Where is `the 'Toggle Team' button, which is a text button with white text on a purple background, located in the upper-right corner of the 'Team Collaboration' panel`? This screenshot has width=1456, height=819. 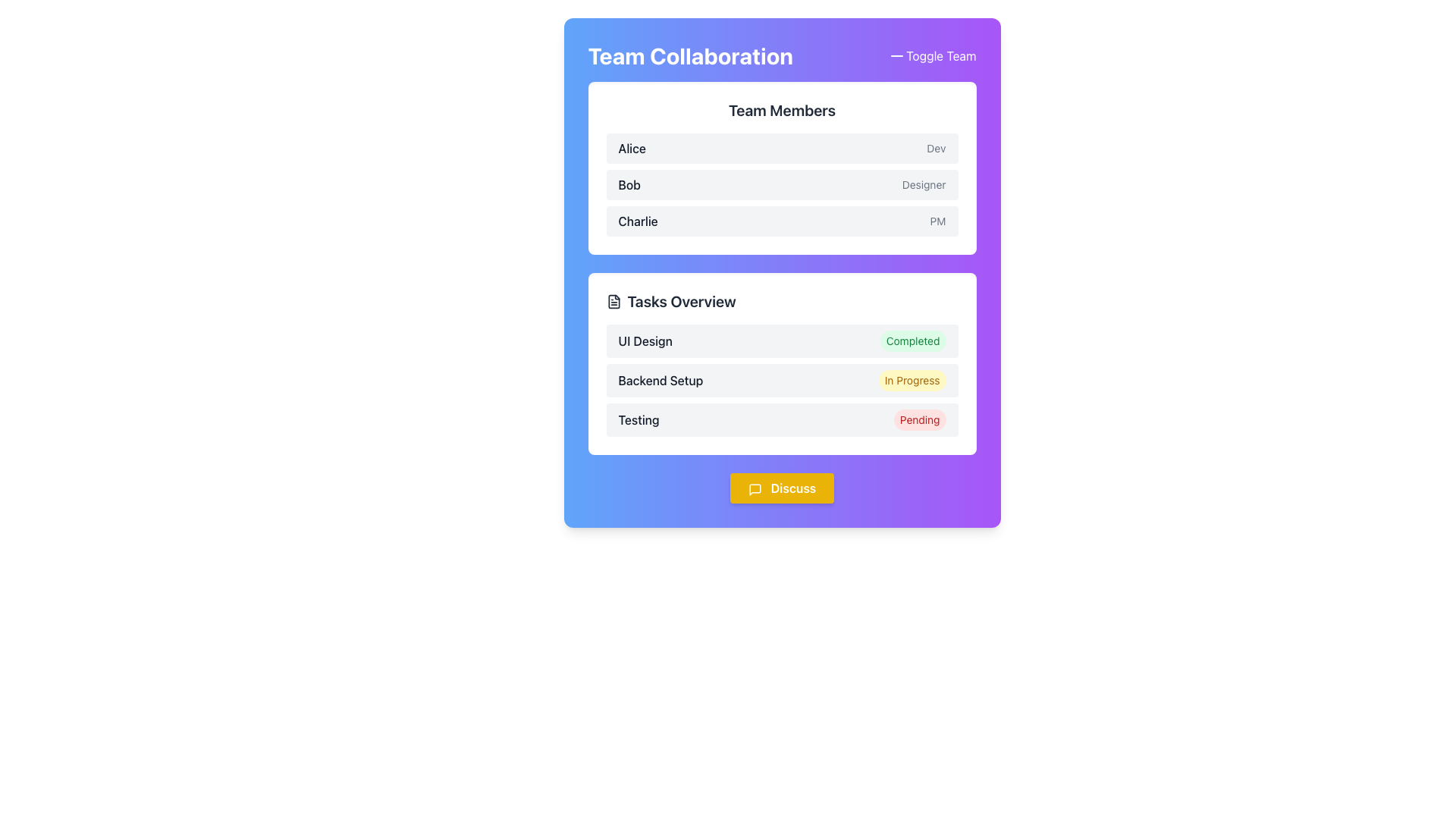 the 'Toggle Team' button, which is a text button with white text on a purple background, located in the upper-right corner of the 'Team Collaboration' panel is located at coordinates (931, 55).